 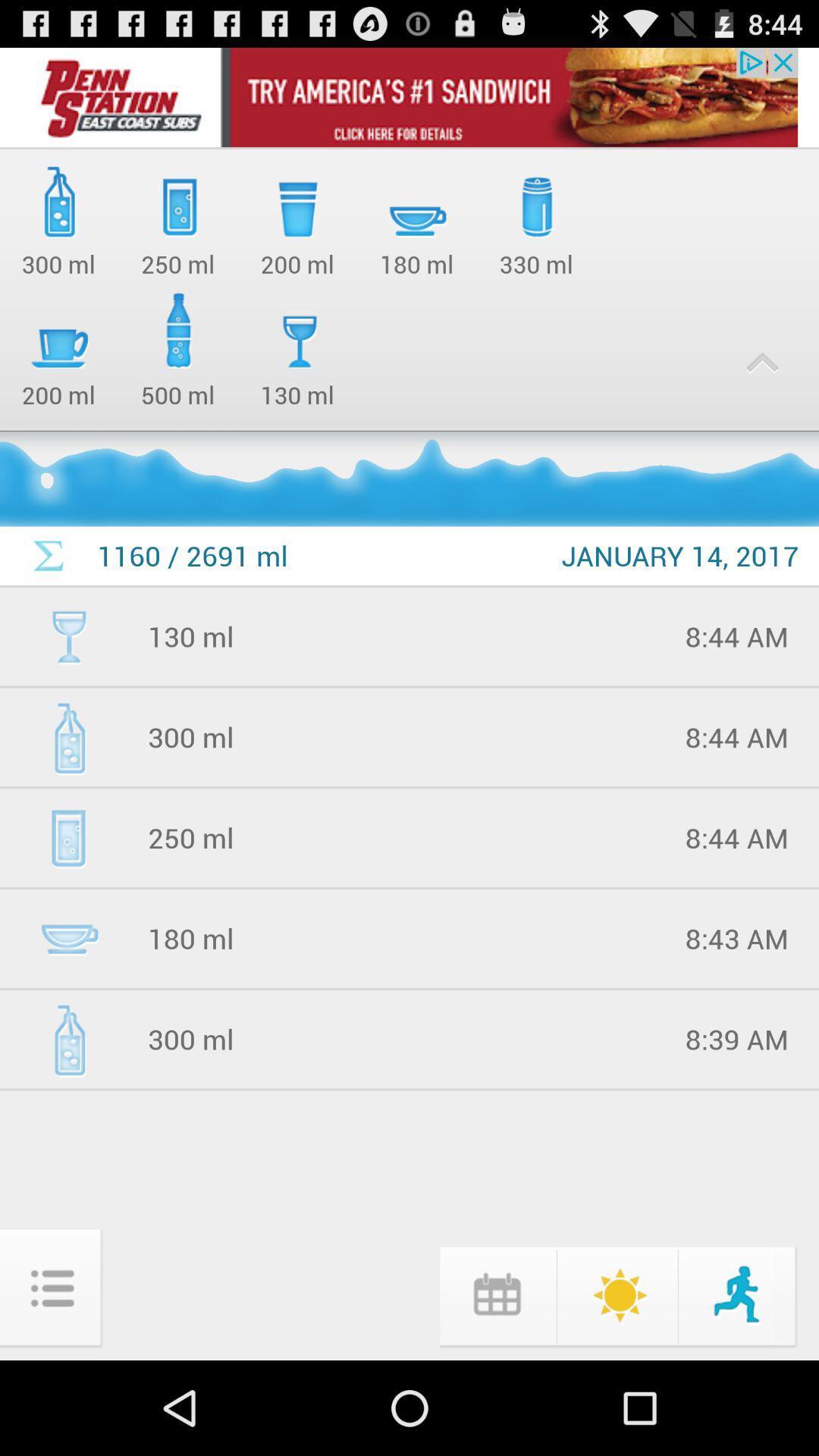 What do you see at coordinates (52, 1380) in the screenshot?
I see `the list icon` at bounding box center [52, 1380].